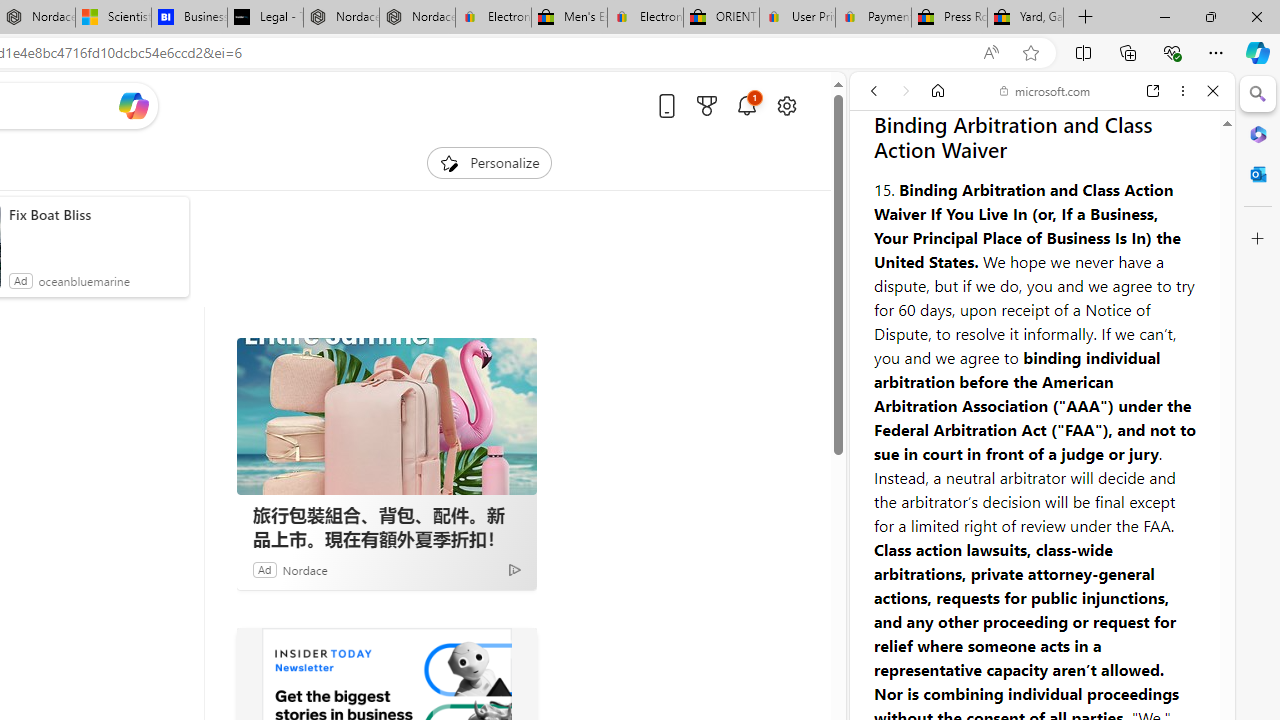 The width and height of the screenshot is (1280, 720). I want to click on 'Fix Boat Bliss', so click(93, 214).